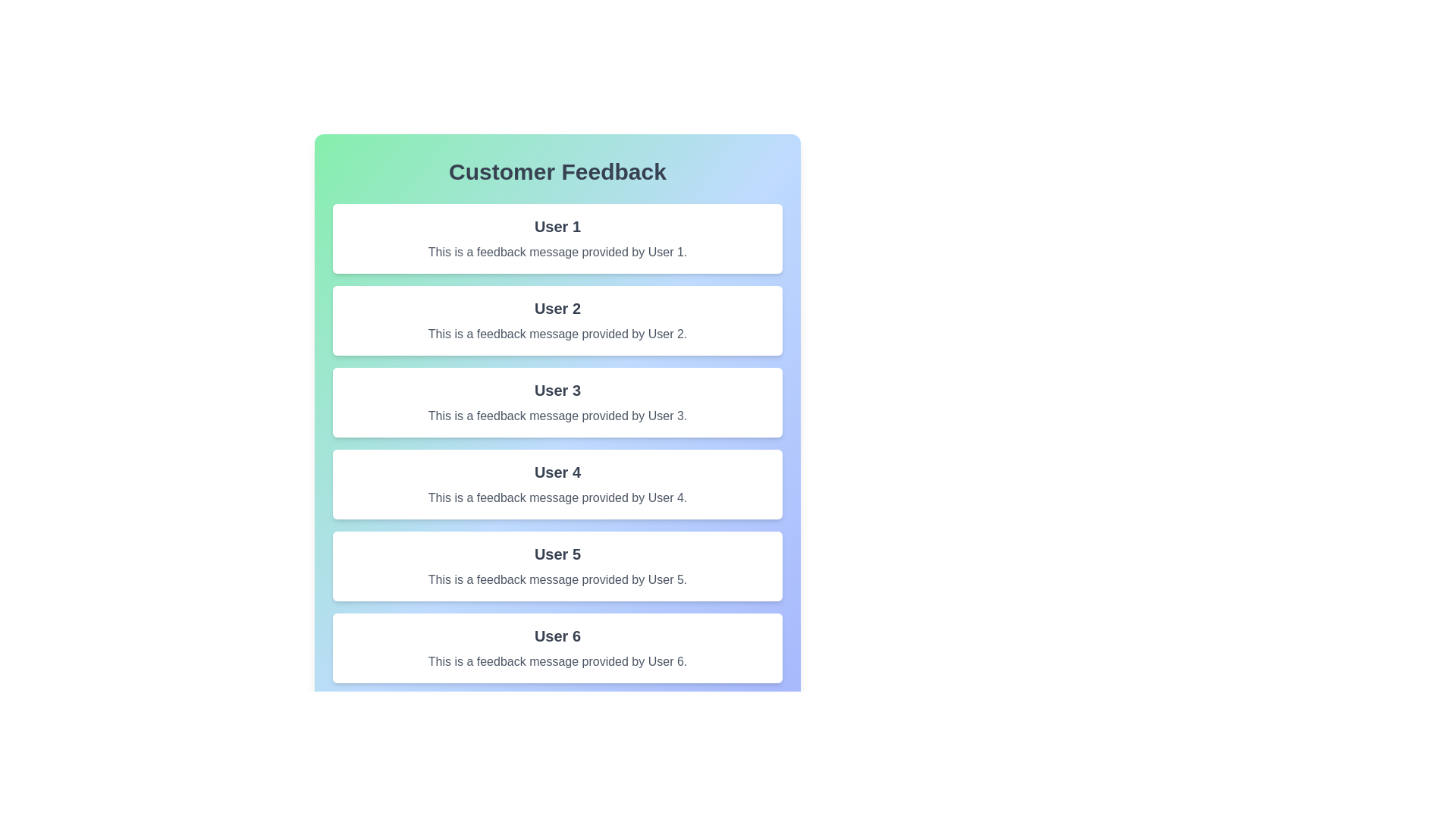 This screenshot has width=1456, height=819. Describe the element at coordinates (557, 472) in the screenshot. I see `the text label that identifies the user associated with the feedback in the feedback card titled 'User 4'` at that location.